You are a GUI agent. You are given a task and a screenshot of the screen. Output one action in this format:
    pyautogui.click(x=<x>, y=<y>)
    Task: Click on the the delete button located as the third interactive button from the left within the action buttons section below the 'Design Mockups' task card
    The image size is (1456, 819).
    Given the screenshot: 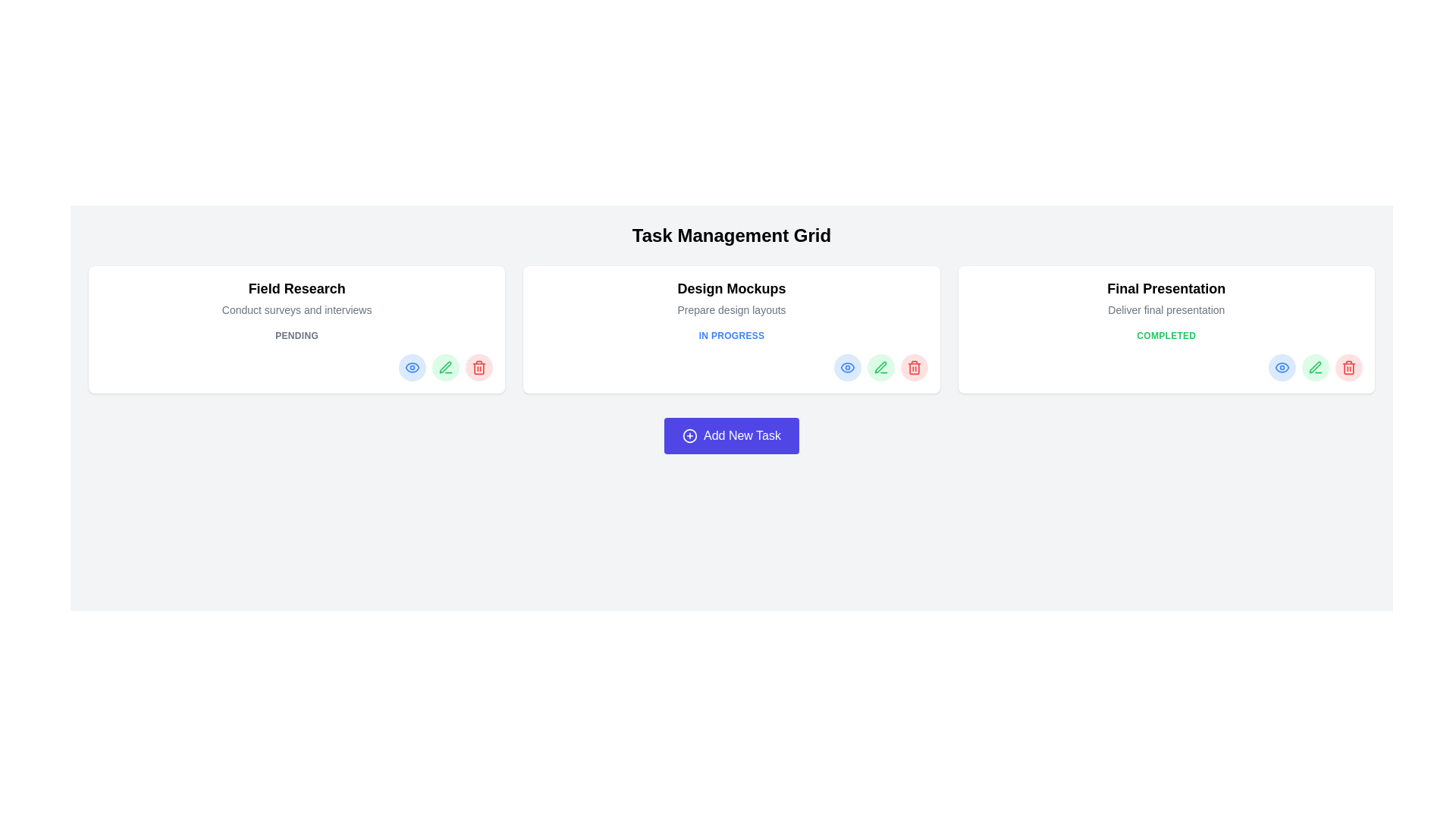 What is the action you would take?
    pyautogui.click(x=913, y=368)
    